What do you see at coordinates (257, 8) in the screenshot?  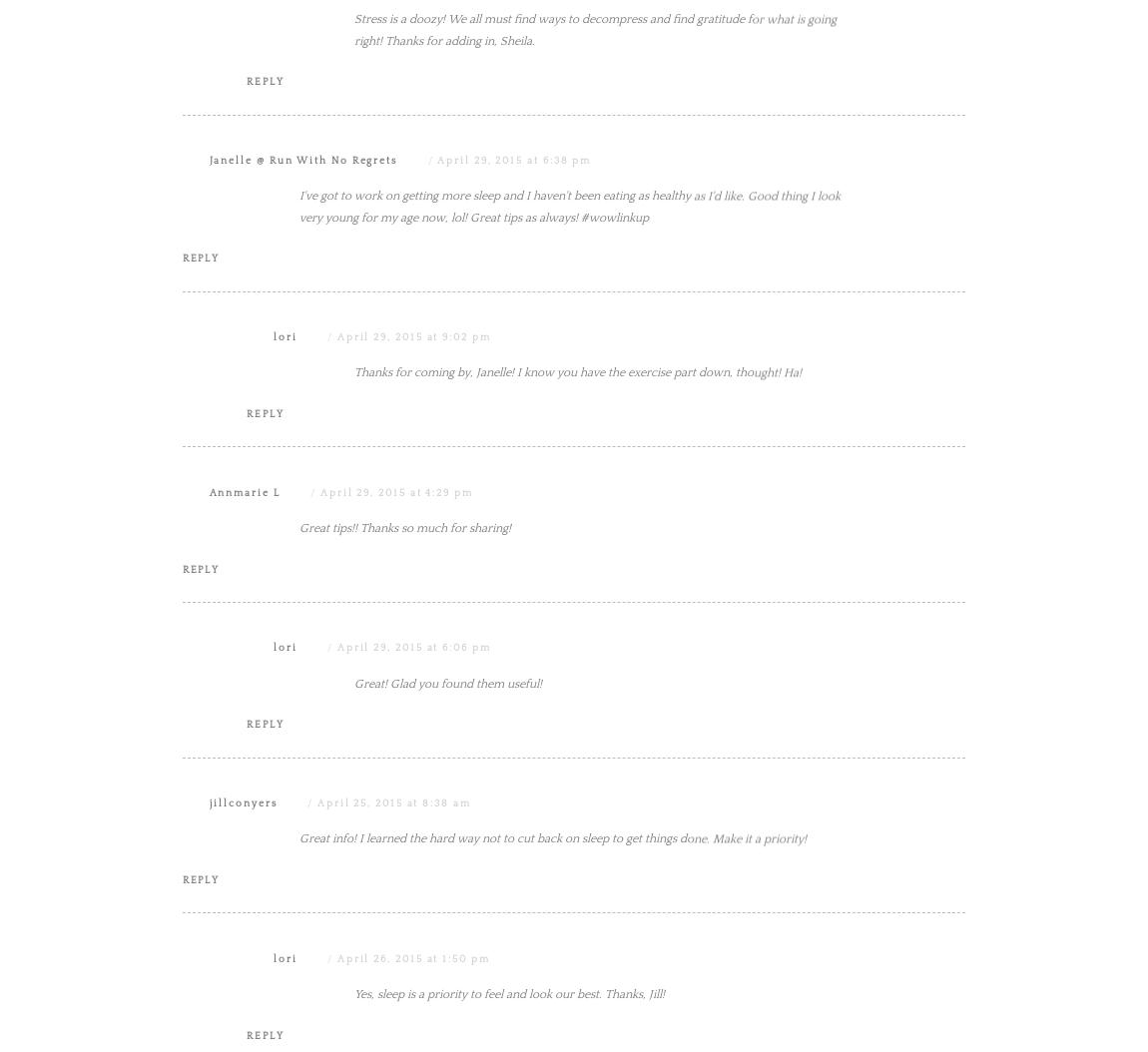 I see `'Sheila Simmons'` at bounding box center [257, 8].